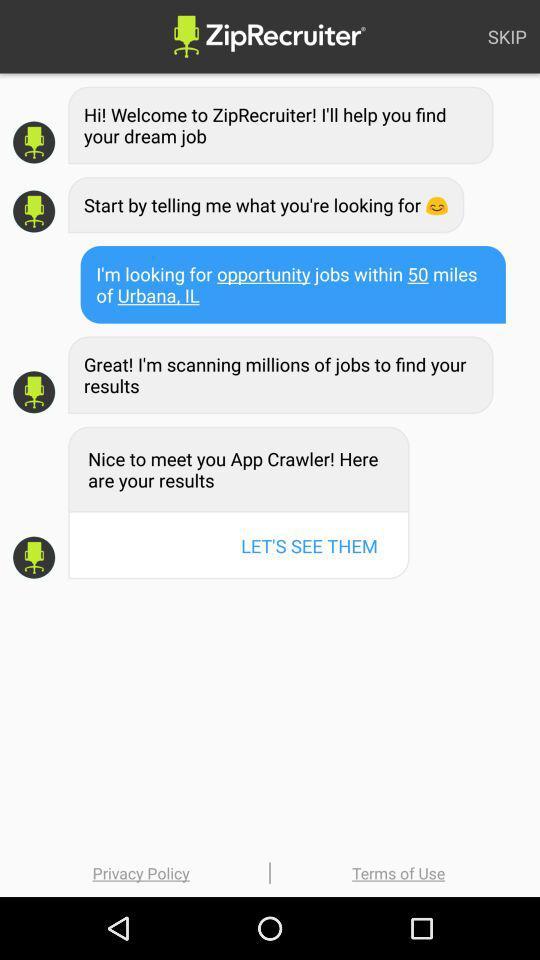 This screenshot has width=540, height=960. Describe the element at coordinates (309, 545) in the screenshot. I see `the let s see icon` at that location.